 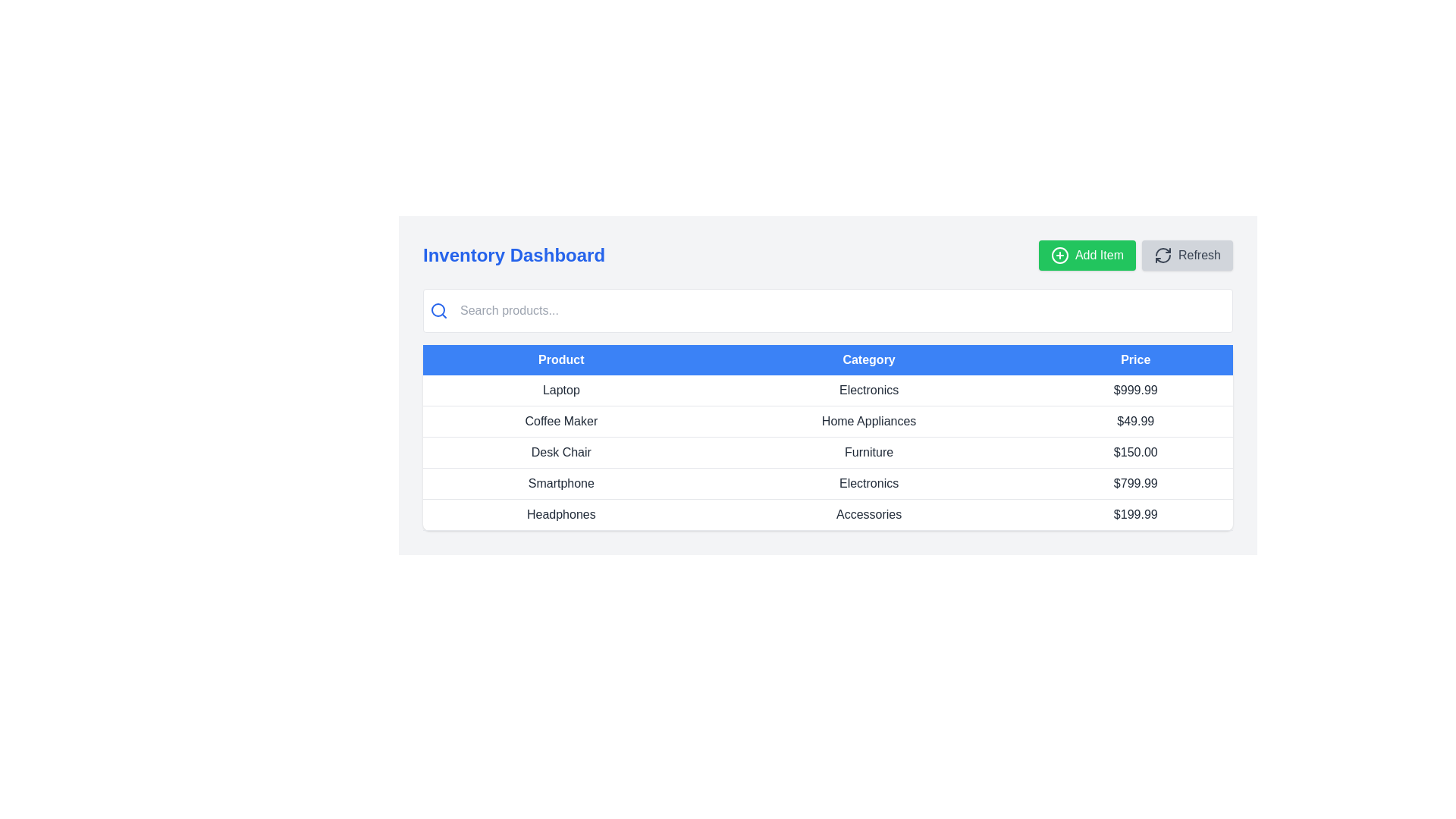 I want to click on the static text label 'Smartphone' located in the 'Product' column of the fourth row in the table, so click(x=560, y=483).